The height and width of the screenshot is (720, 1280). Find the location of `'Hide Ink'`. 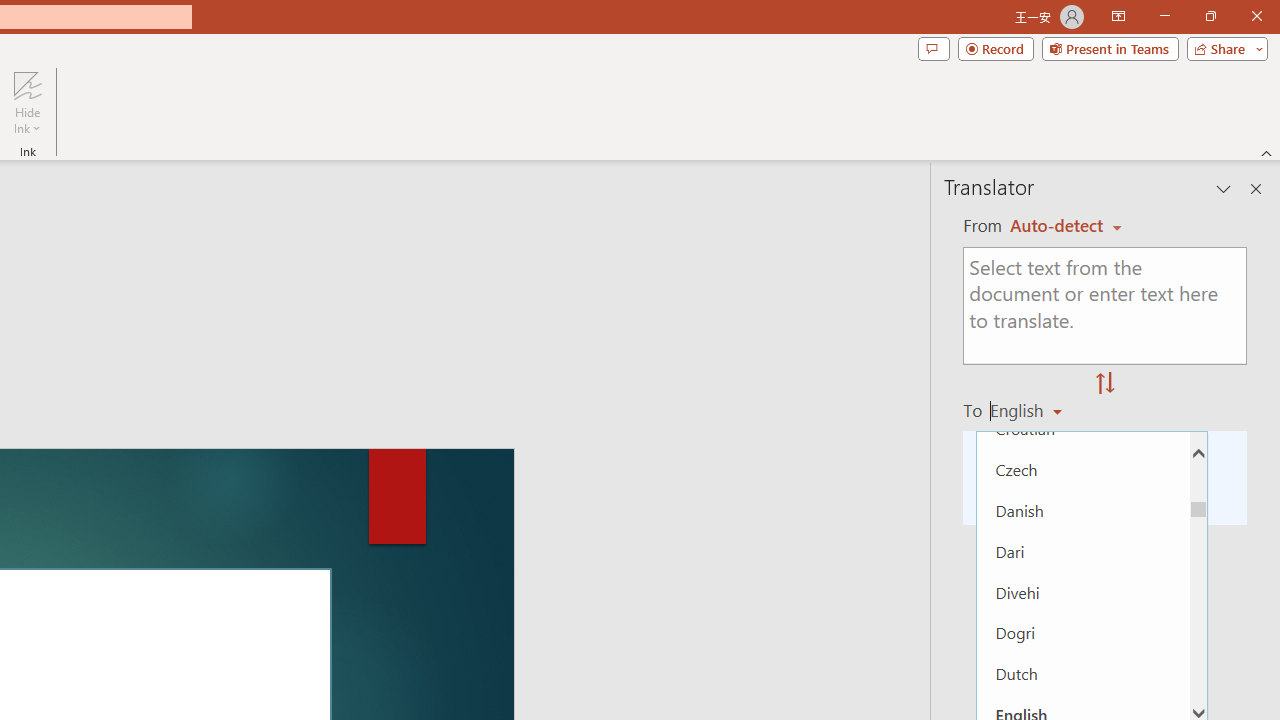

'Hide Ink' is located at coordinates (27, 103).